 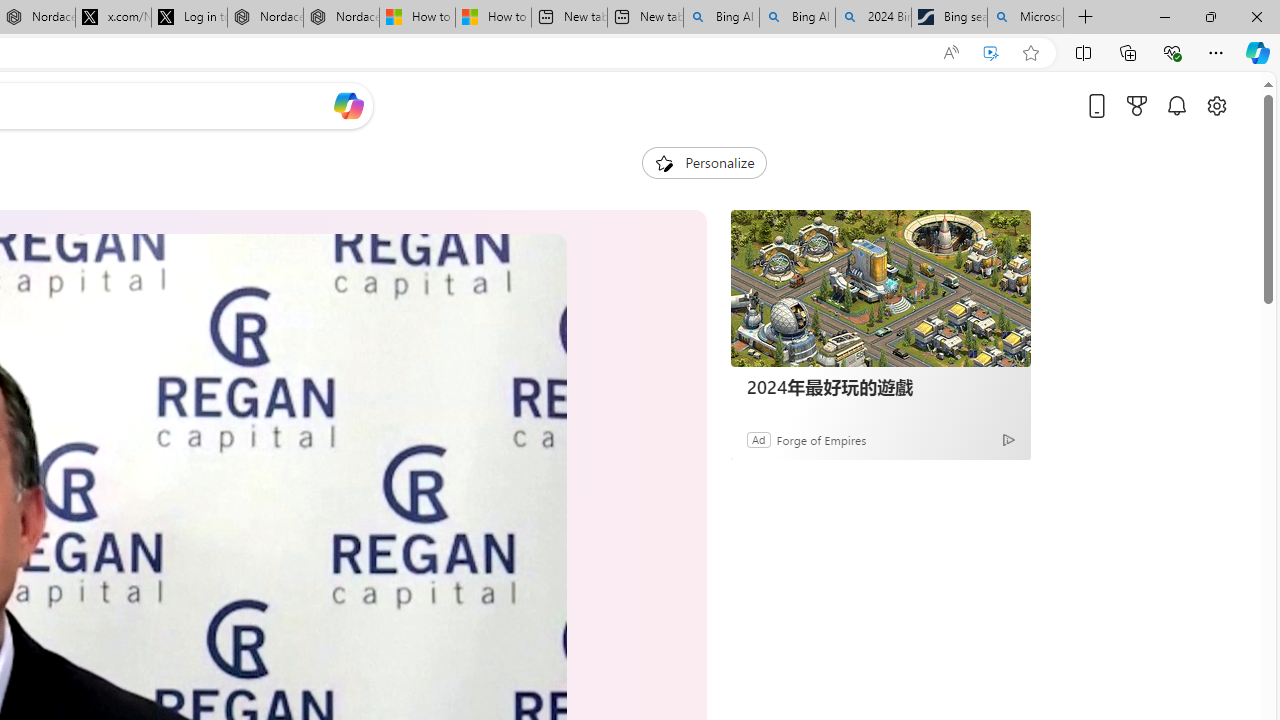 I want to click on 'Bing search market share worldwide 2024 | Statista', so click(x=948, y=17).